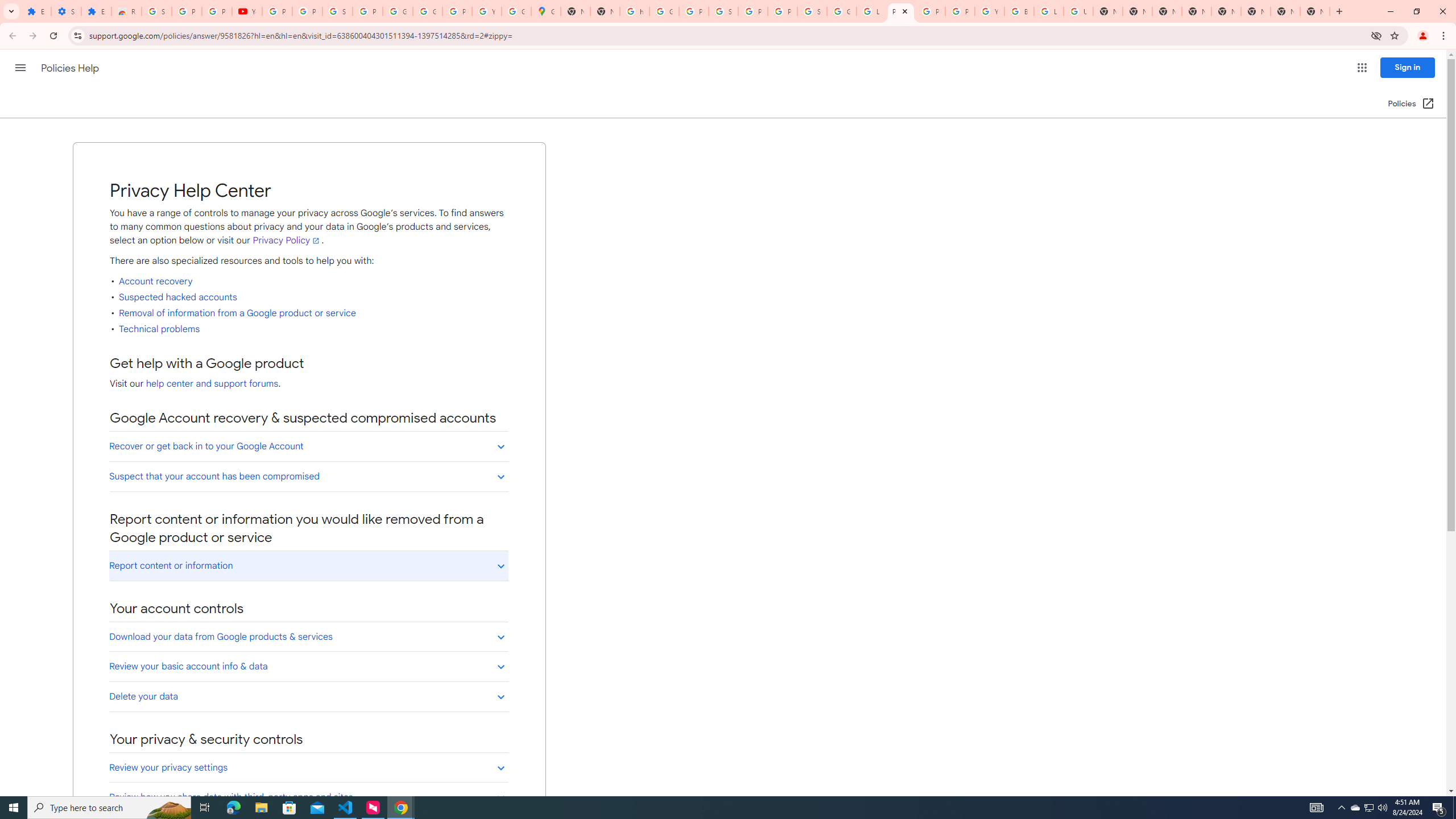 This screenshot has height=819, width=1456. Describe the element at coordinates (308, 696) in the screenshot. I see `'Delete your data'` at that location.